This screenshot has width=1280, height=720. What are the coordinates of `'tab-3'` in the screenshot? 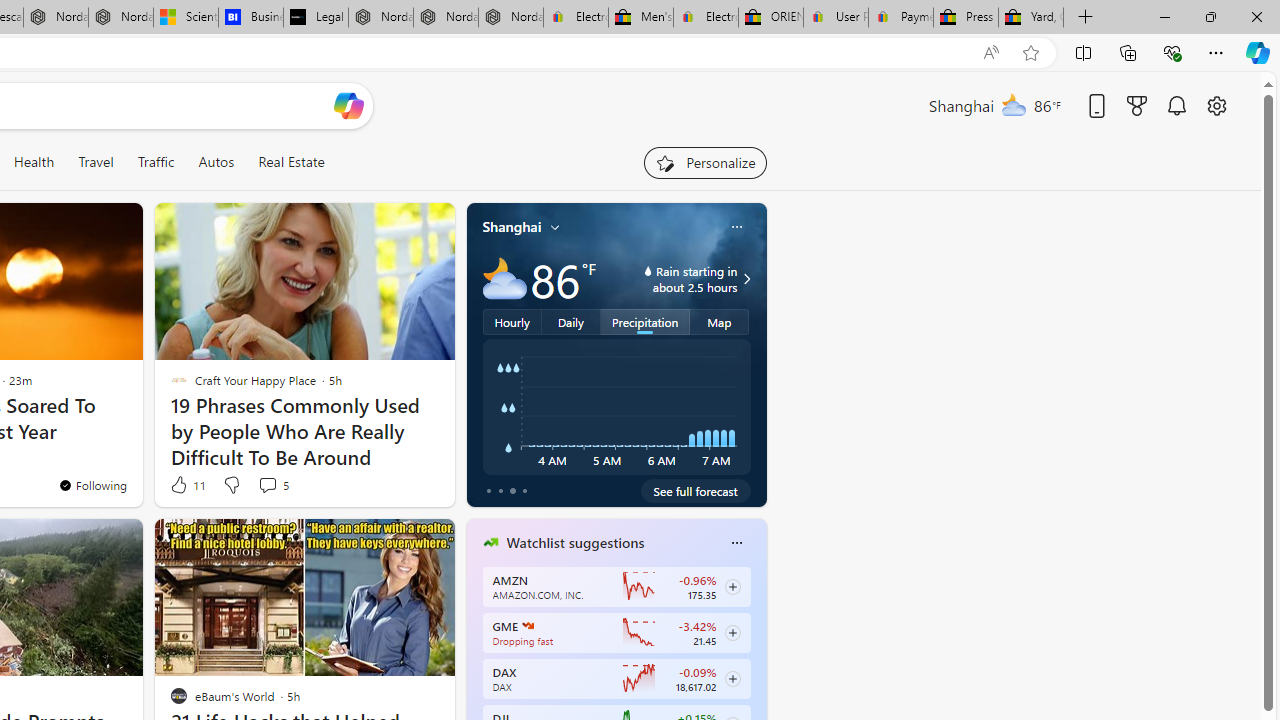 It's located at (524, 491).